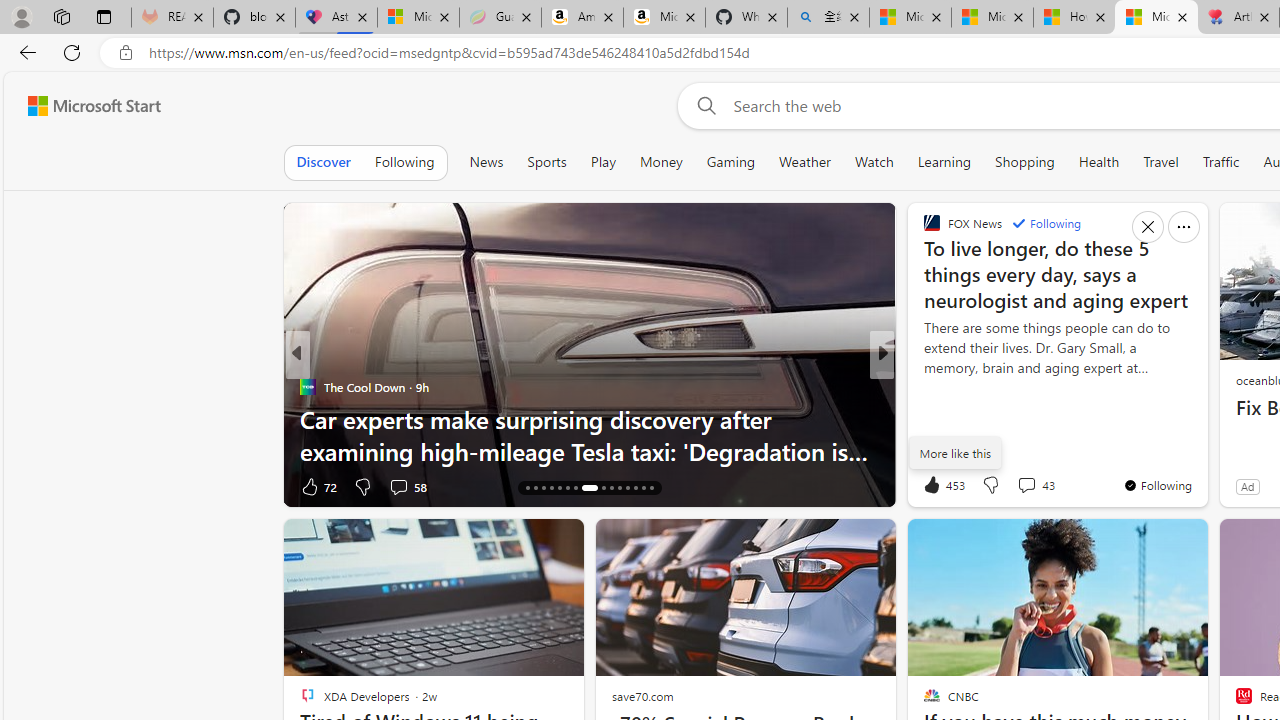 The width and height of the screenshot is (1280, 720). I want to click on 'View comments 7 Comment', so click(1026, 486).